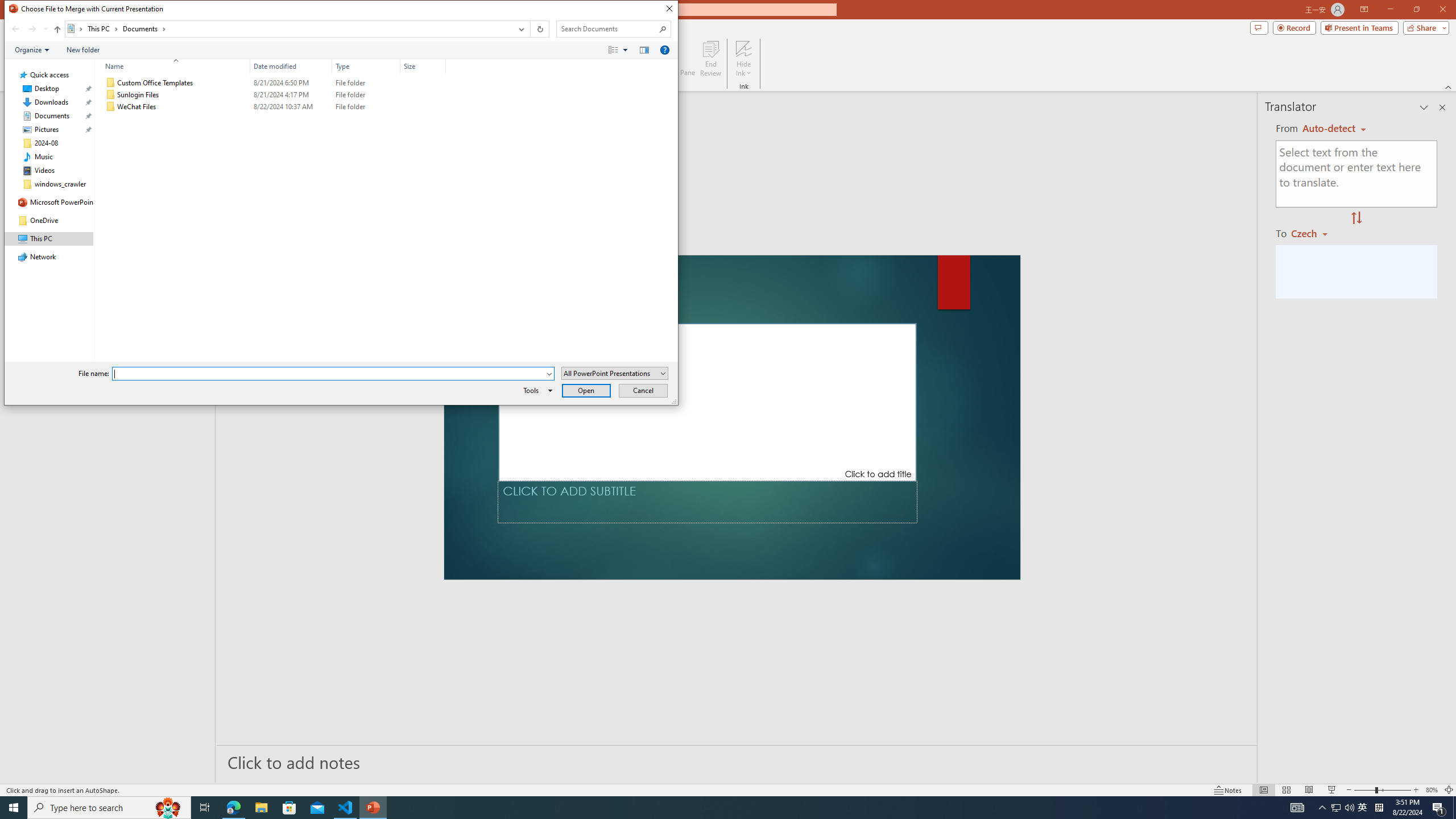  Describe the element at coordinates (644, 49) in the screenshot. I see `'Preview pane'` at that location.